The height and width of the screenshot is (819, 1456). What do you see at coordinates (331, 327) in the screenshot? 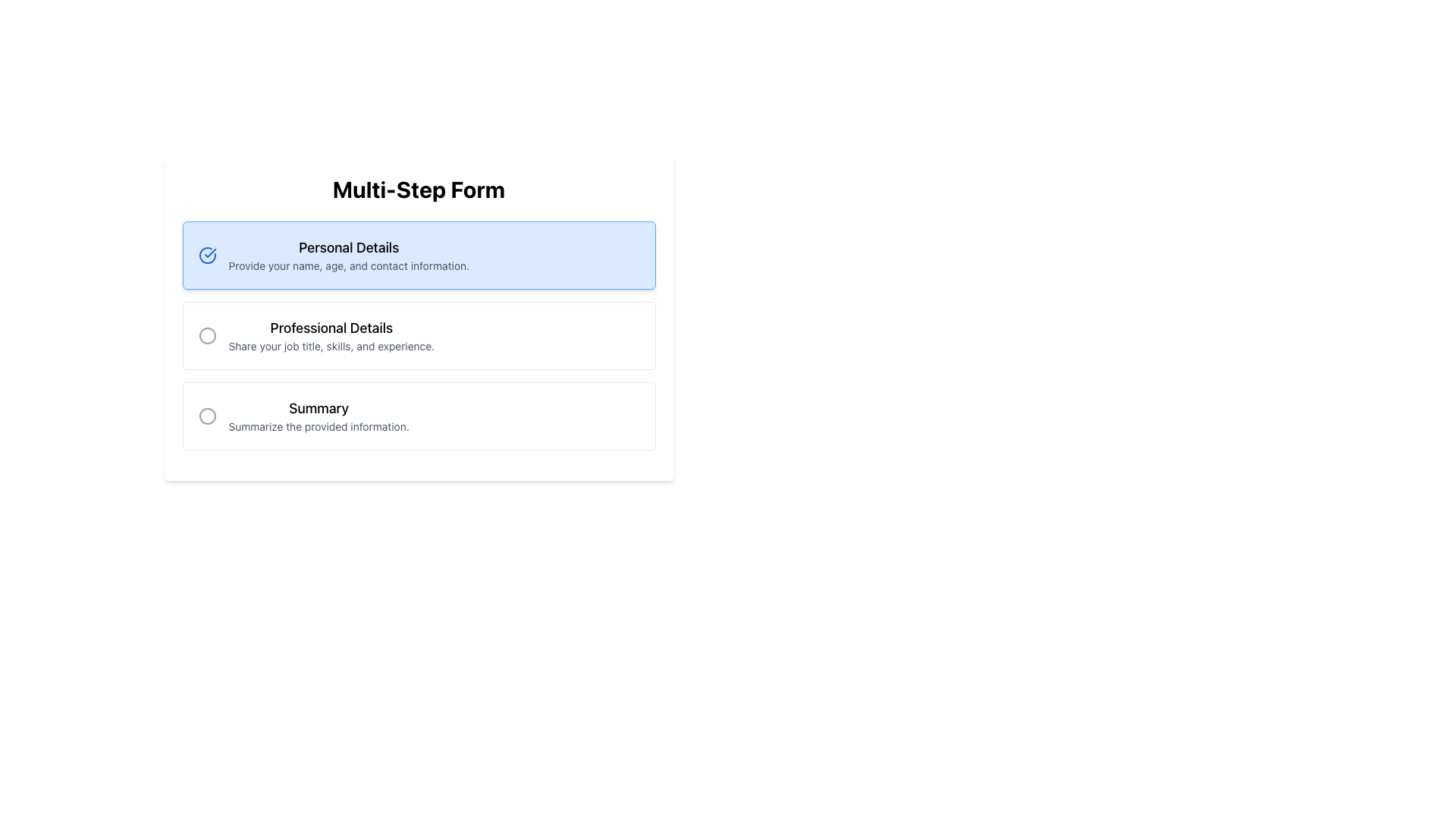
I see `the title text labeled 'Professional Details', which is bolded and larger than surrounding text, positioned centrally within a multi-step form layout` at bounding box center [331, 327].